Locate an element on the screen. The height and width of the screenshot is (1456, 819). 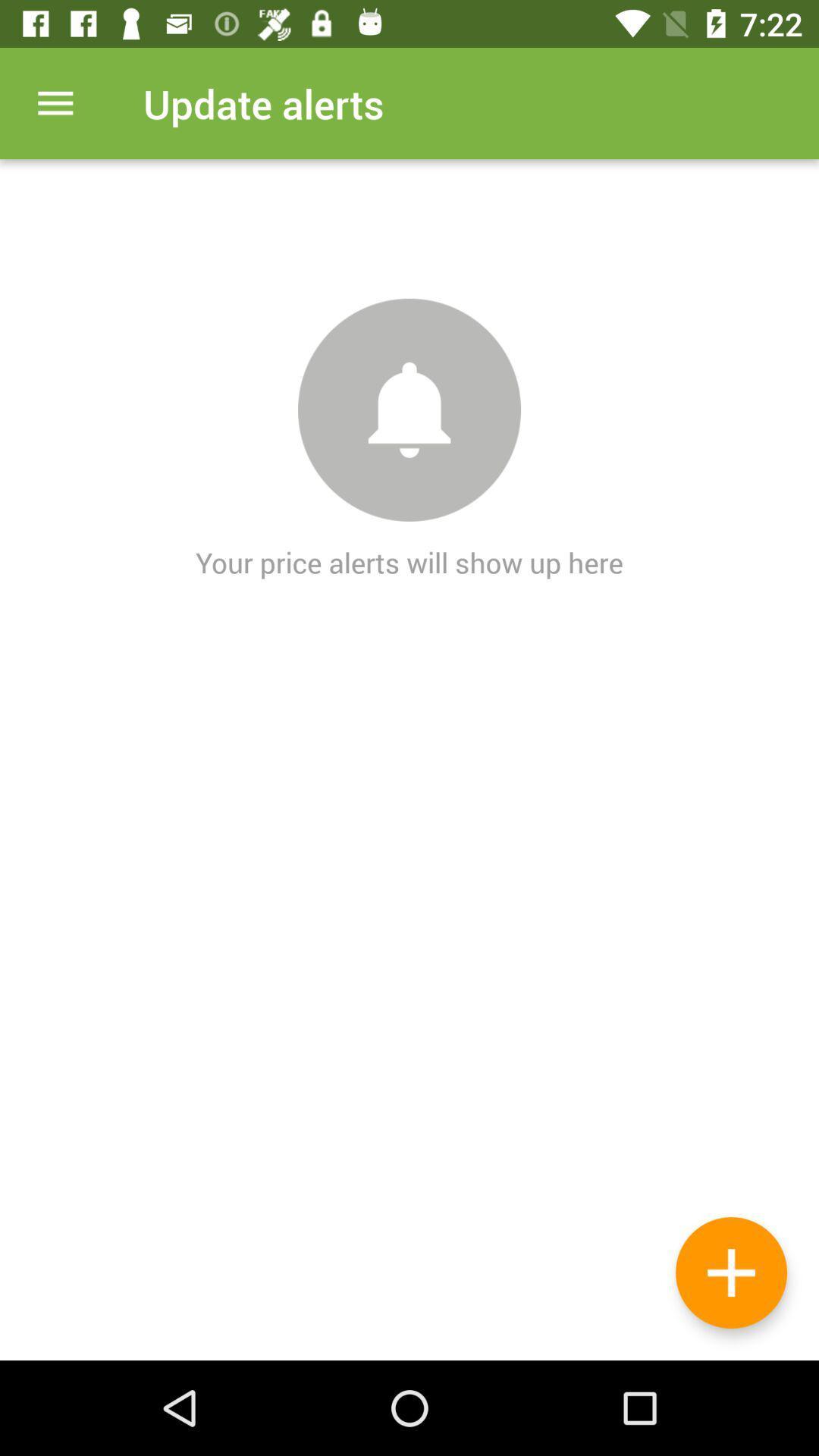
more update alerts options is located at coordinates (55, 102).